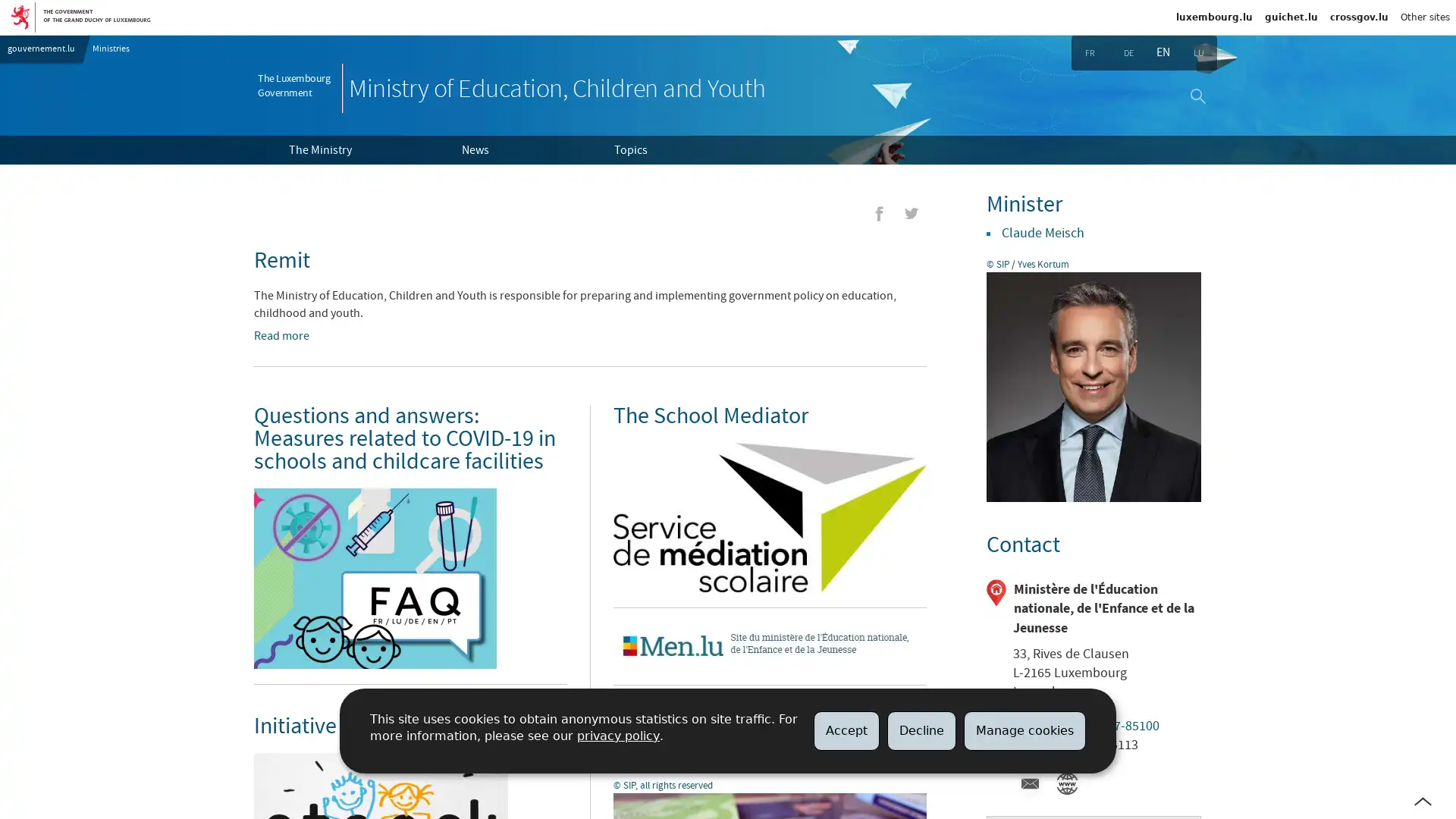 The height and width of the screenshot is (819, 1456). Describe the element at coordinates (1025, 730) in the screenshot. I see `Manage cookies` at that location.